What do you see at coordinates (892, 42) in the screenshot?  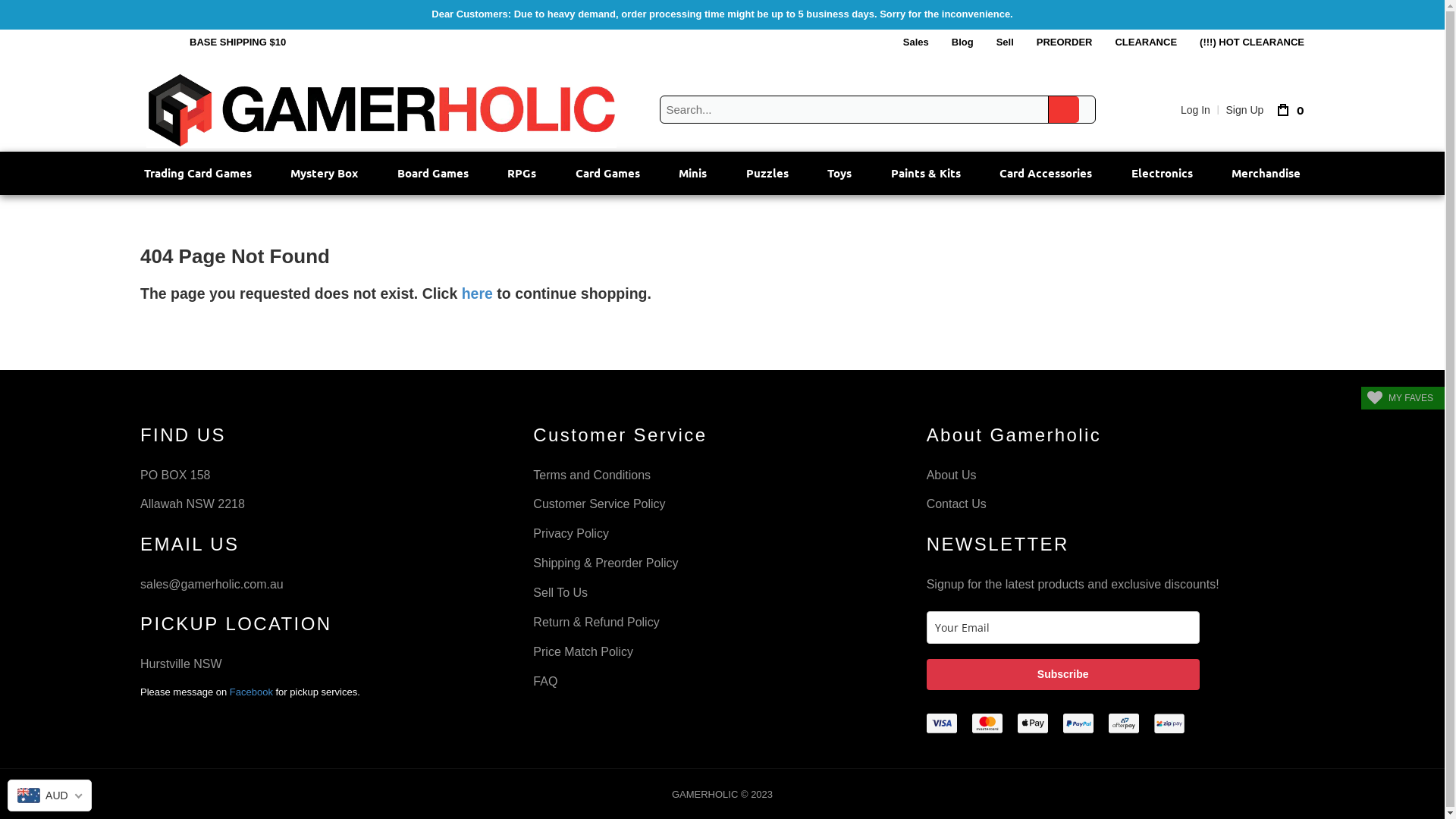 I see `'Sales'` at bounding box center [892, 42].